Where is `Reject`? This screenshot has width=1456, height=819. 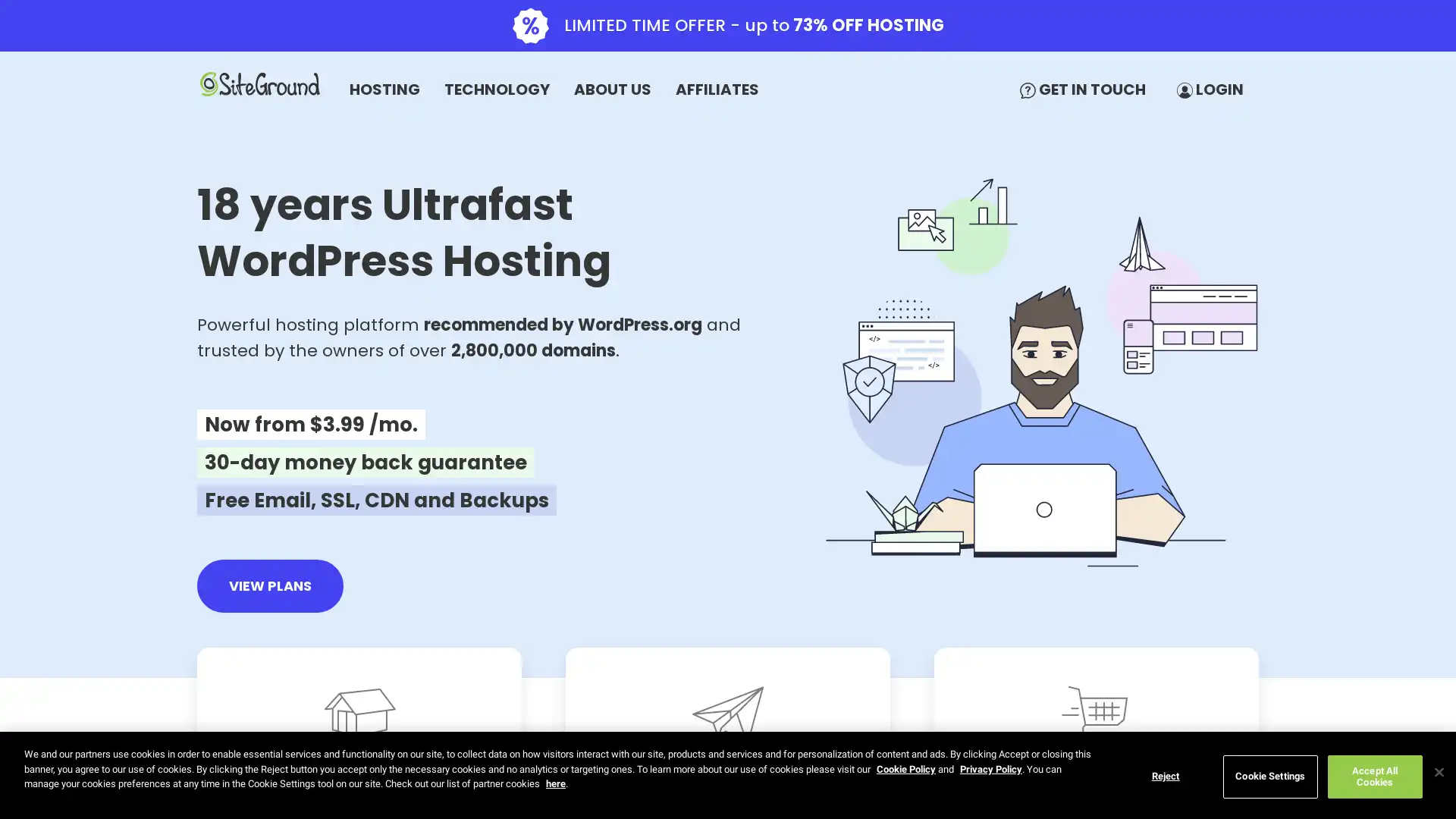 Reject is located at coordinates (1164, 776).